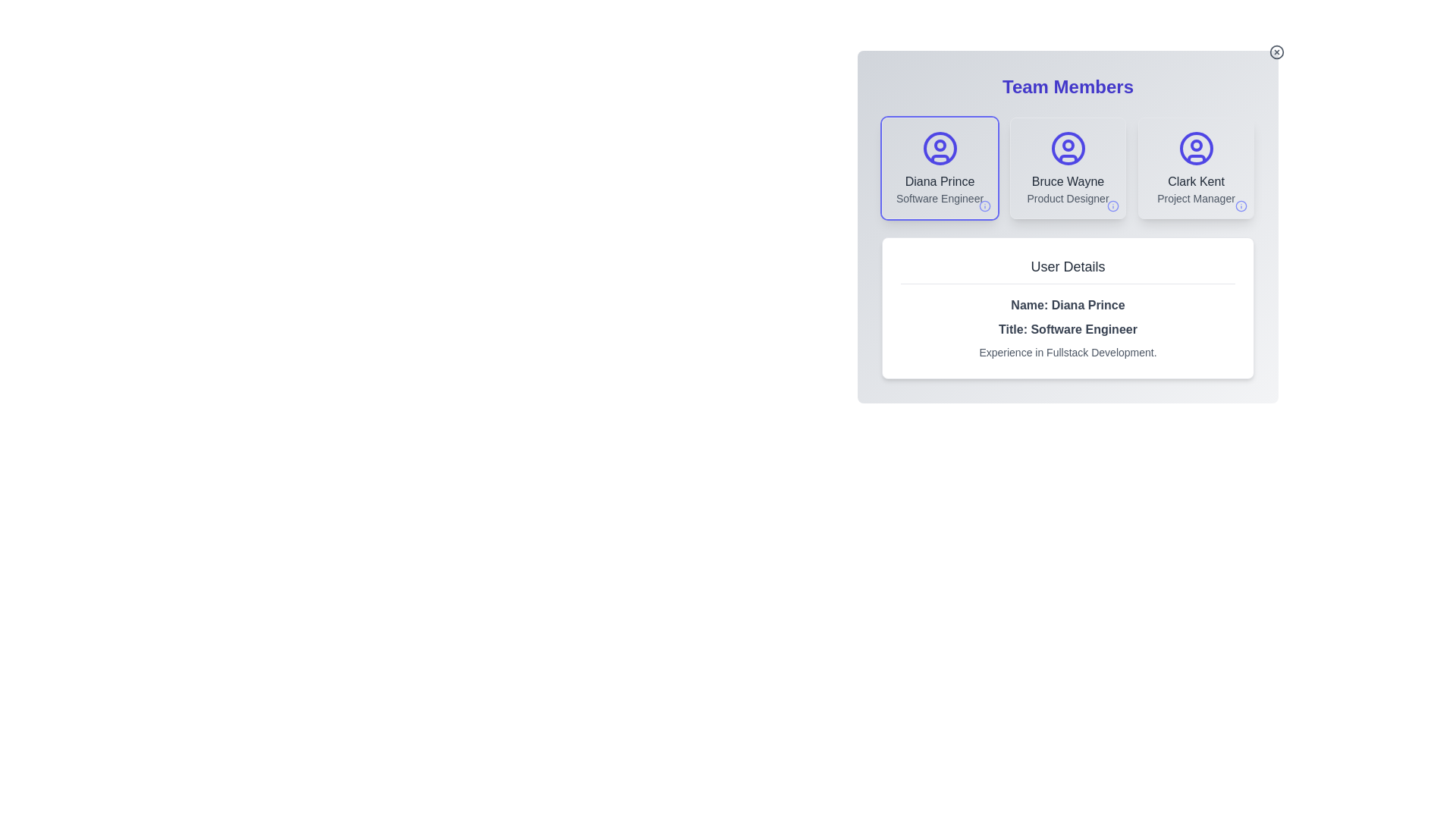 This screenshot has height=819, width=1456. What do you see at coordinates (1195, 146) in the screenshot?
I see `the smaller circle within the user profile icon representing Diana Prince, located in the upper left card of the layout` at bounding box center [1195, 146].